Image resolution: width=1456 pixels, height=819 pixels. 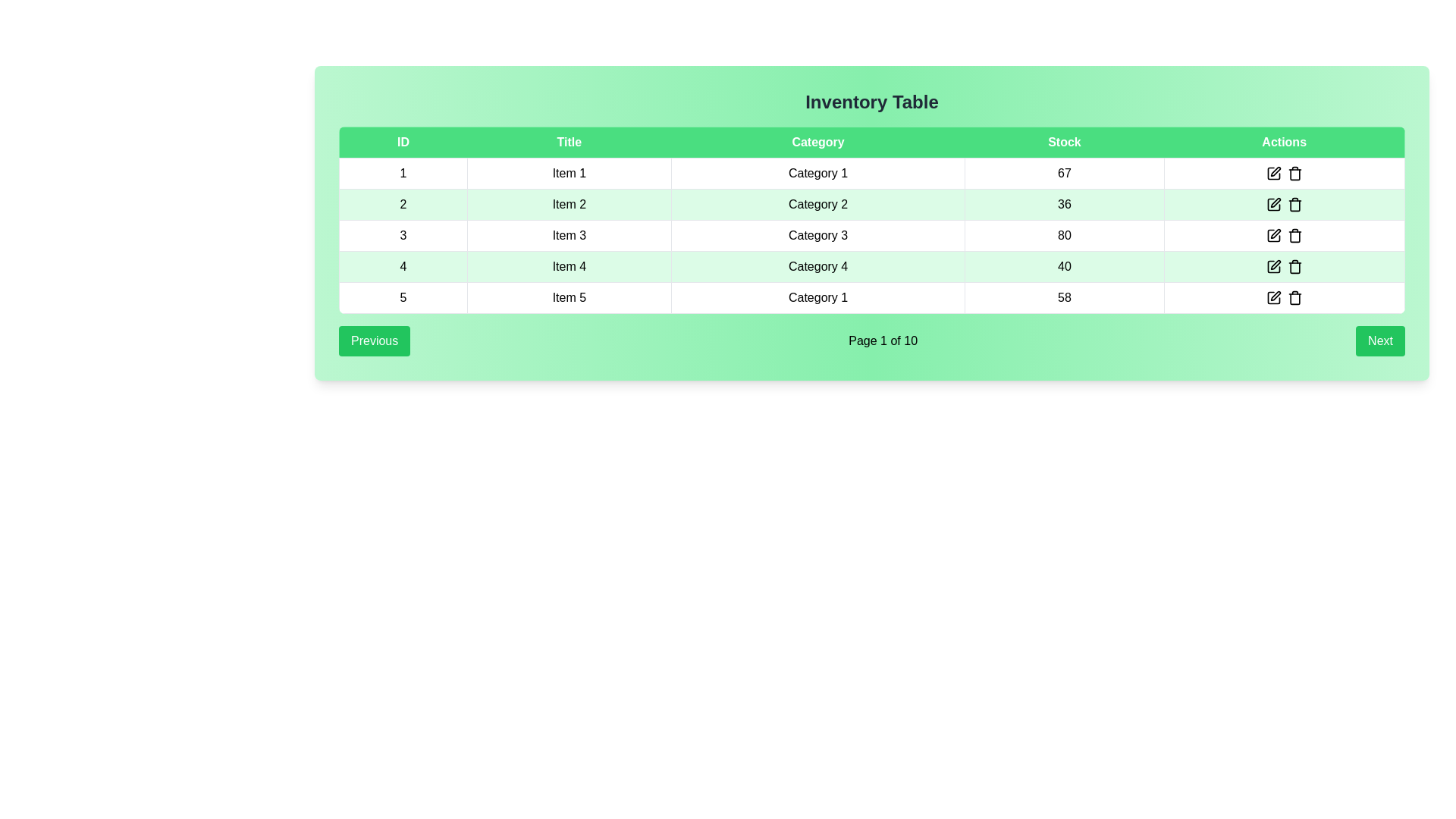 What do you see at coordinates (1284, 265) in the screenshot?
I see `the delete icon (trash can) in the Actions column of the fourth row of the Inventory Table` at bounding box center [1284, 265].